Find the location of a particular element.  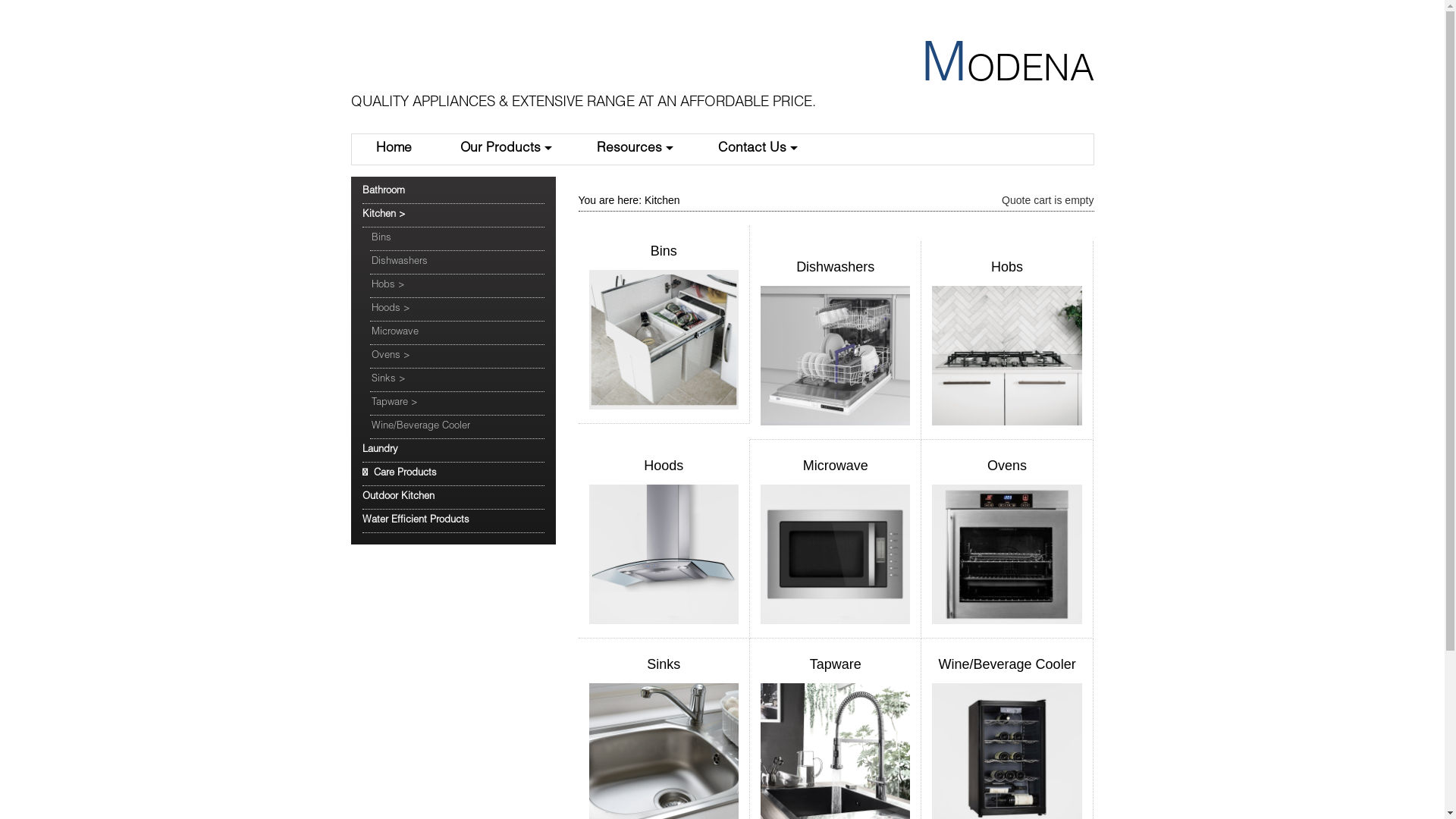

'Sinks' is located at coordinates (663, 663).